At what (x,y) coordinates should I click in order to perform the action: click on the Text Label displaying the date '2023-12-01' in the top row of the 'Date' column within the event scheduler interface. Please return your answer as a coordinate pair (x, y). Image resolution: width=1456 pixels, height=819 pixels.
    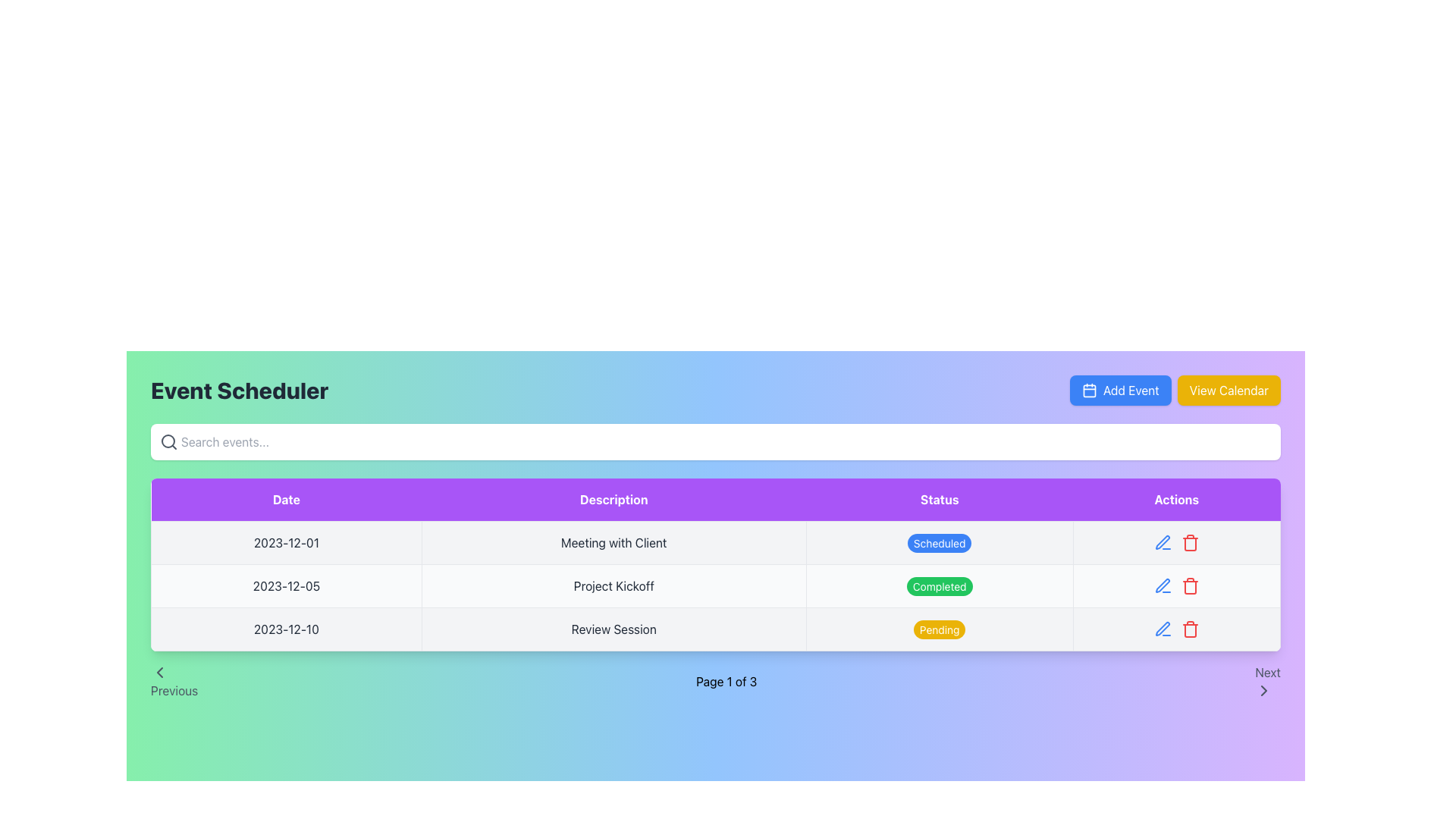
    Looking at the image, I should click on (286, 542).